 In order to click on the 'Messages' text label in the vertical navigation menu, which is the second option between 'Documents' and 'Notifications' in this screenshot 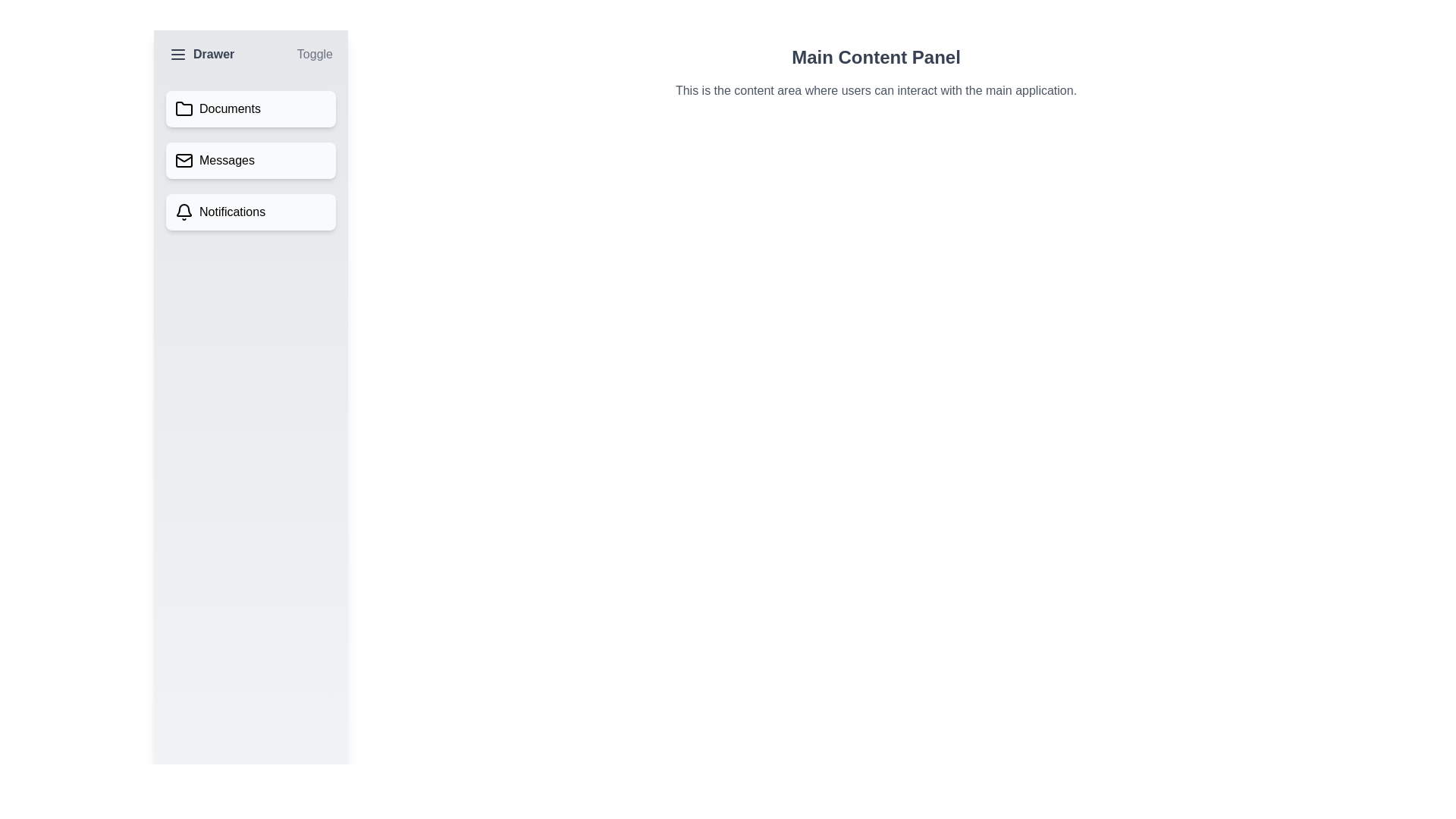, I will do `click(226, 161)`.